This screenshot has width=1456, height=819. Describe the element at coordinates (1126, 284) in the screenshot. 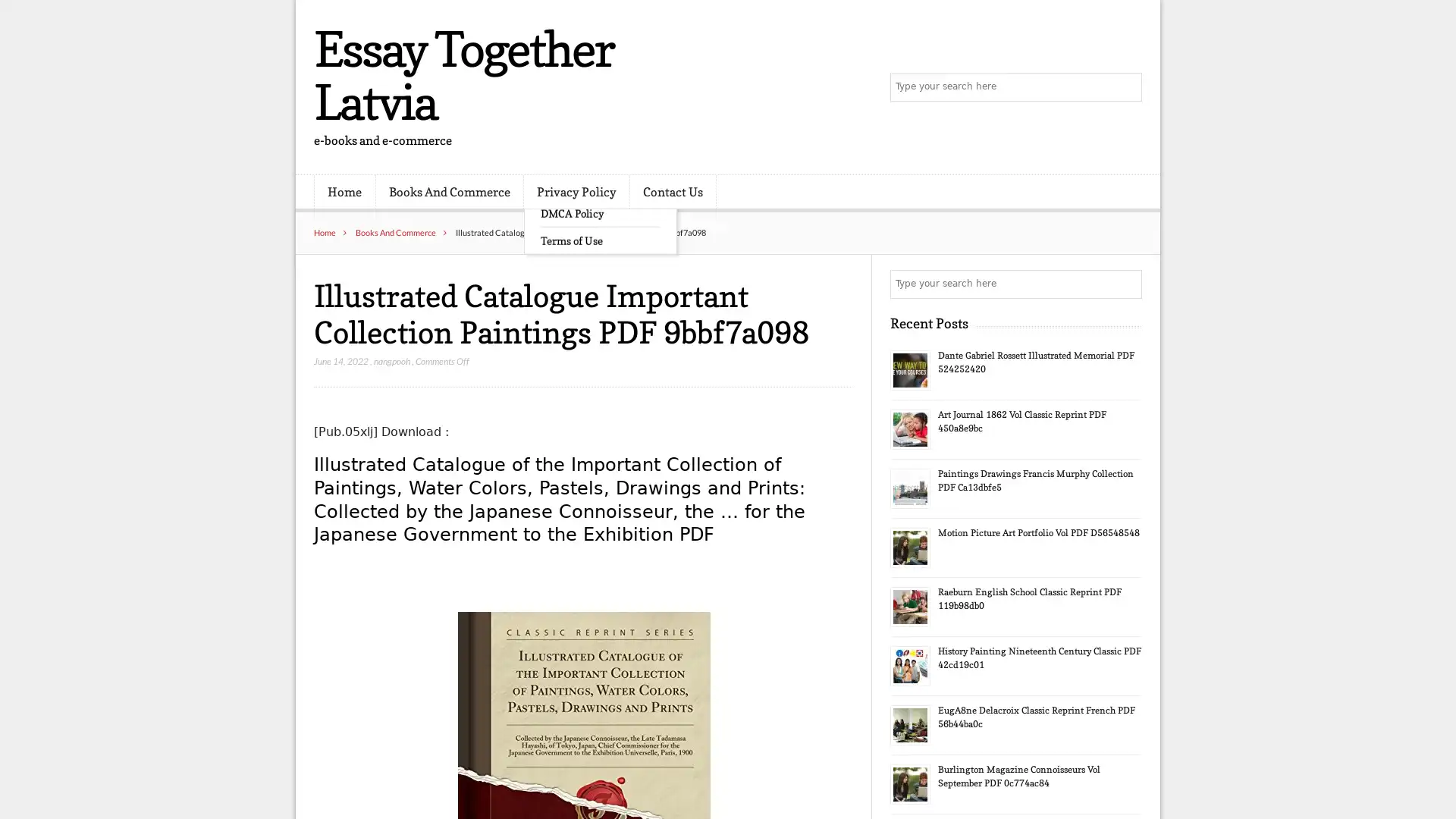

I see `Search` at that location.